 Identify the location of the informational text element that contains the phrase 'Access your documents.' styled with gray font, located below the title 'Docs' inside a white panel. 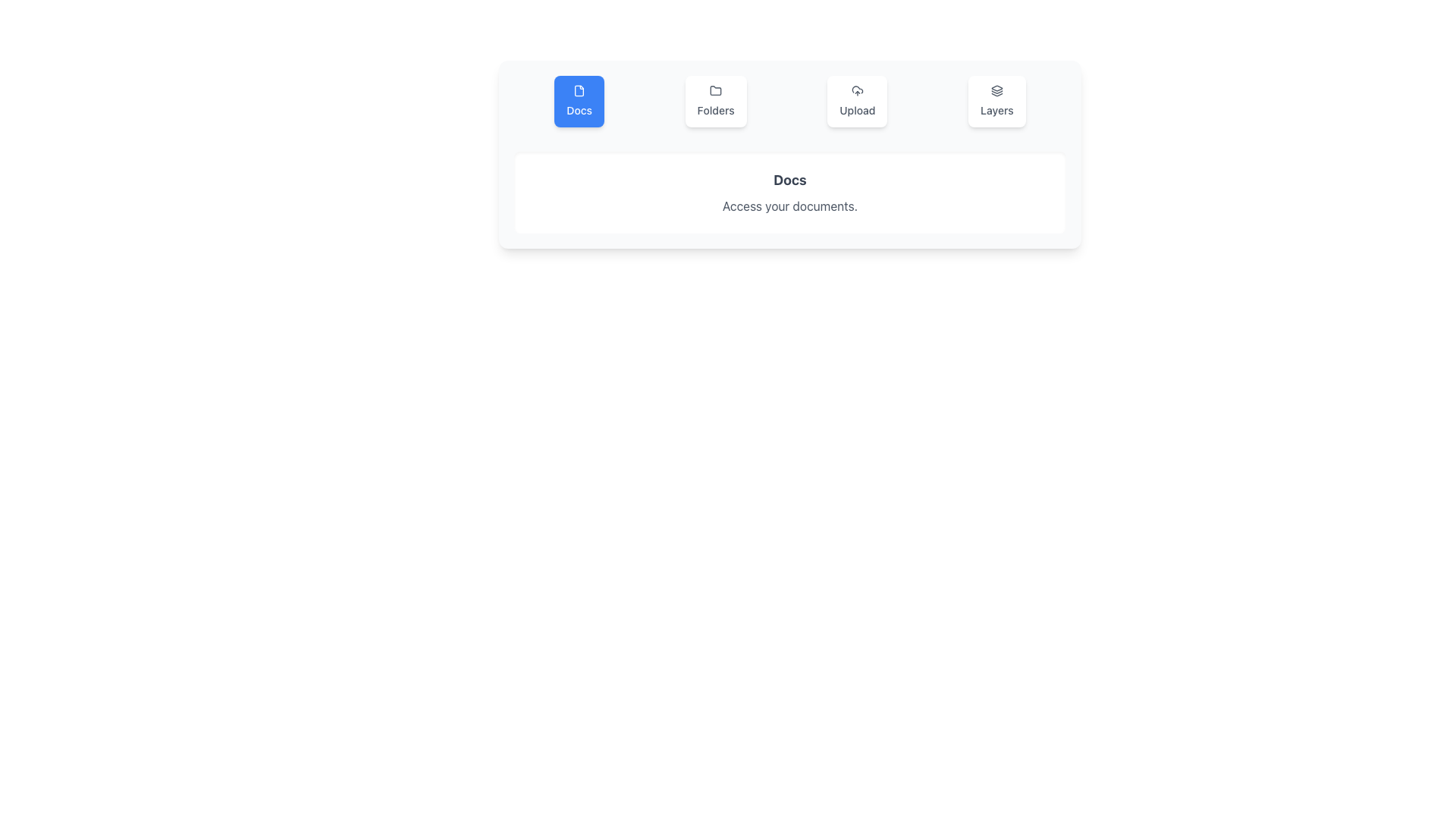
(789, 206).